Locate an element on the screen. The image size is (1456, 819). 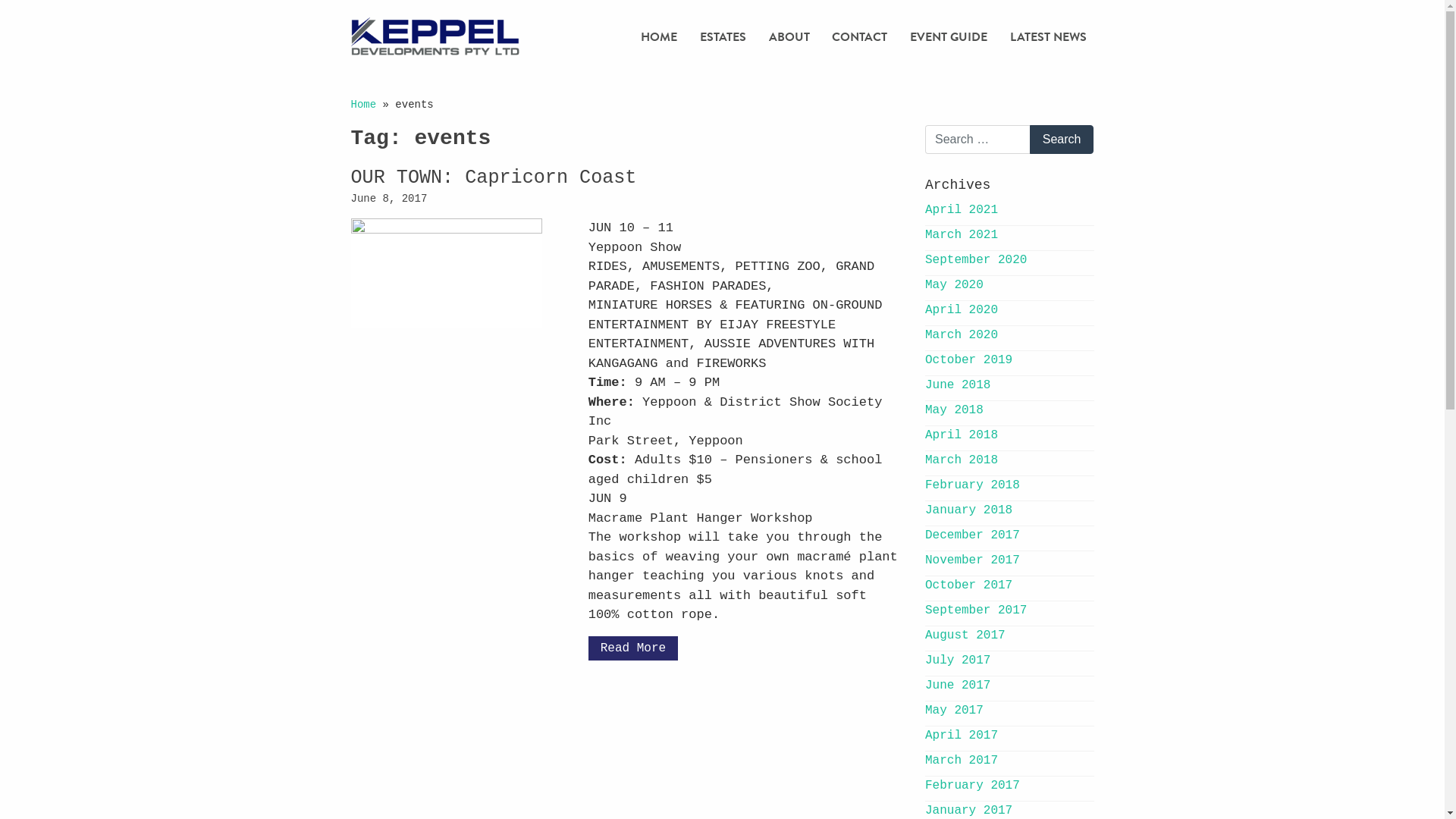
'February 2017' is located at coordinates (972, 785).